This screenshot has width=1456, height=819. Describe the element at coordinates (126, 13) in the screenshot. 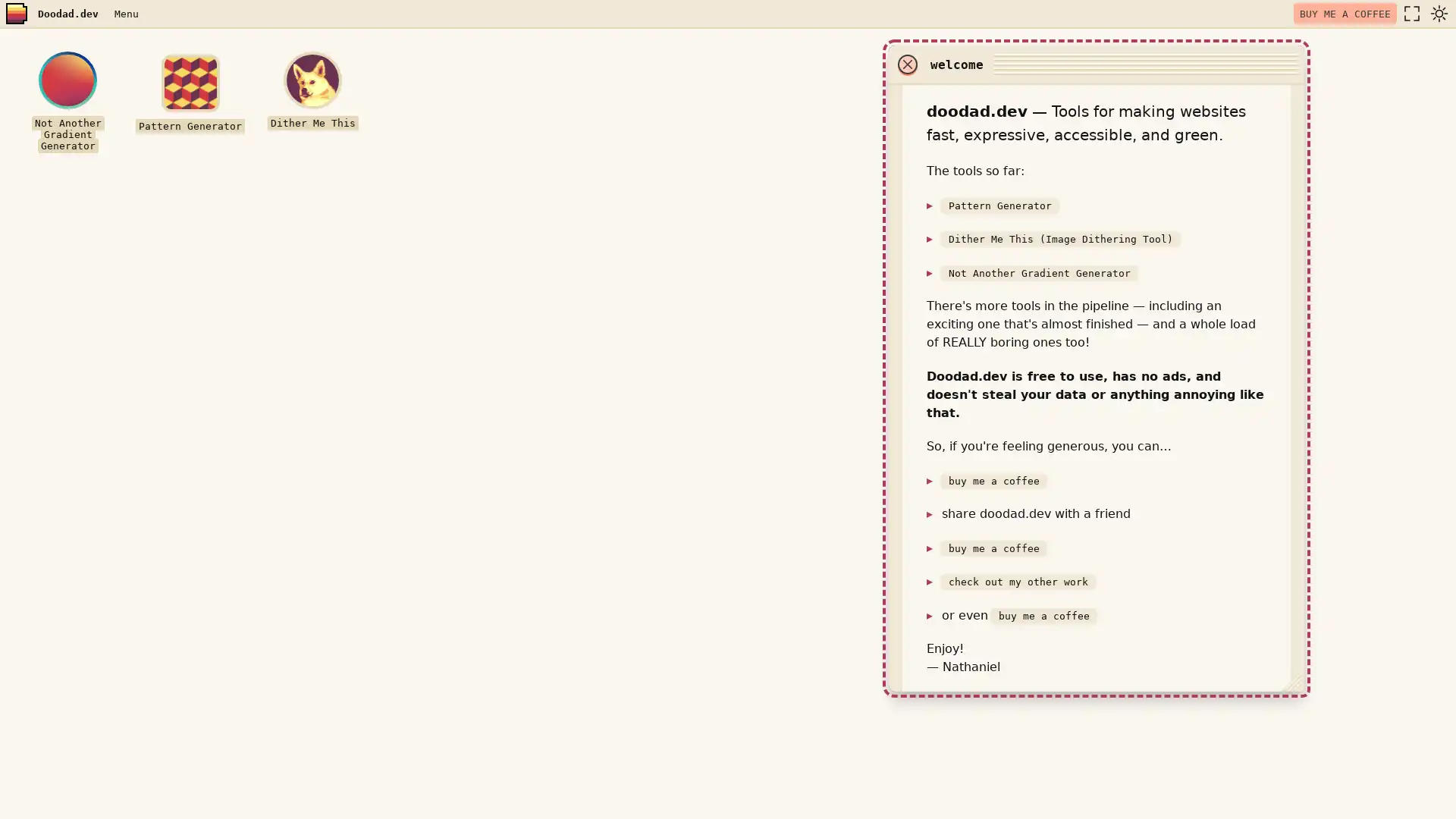

I see `Menu` at that location.